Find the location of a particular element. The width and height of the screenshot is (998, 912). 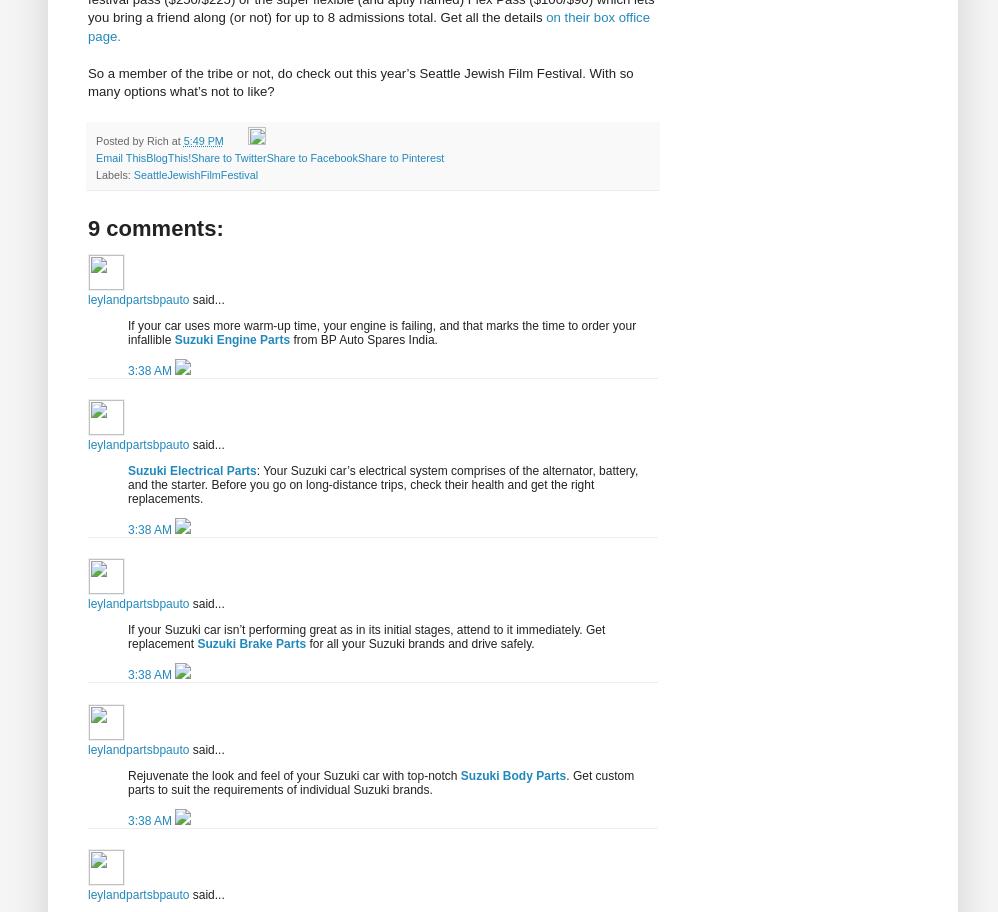

'Rejuvenate the look and feel of your Suzuki car with top-notch' is located at coordinates (293, 775).